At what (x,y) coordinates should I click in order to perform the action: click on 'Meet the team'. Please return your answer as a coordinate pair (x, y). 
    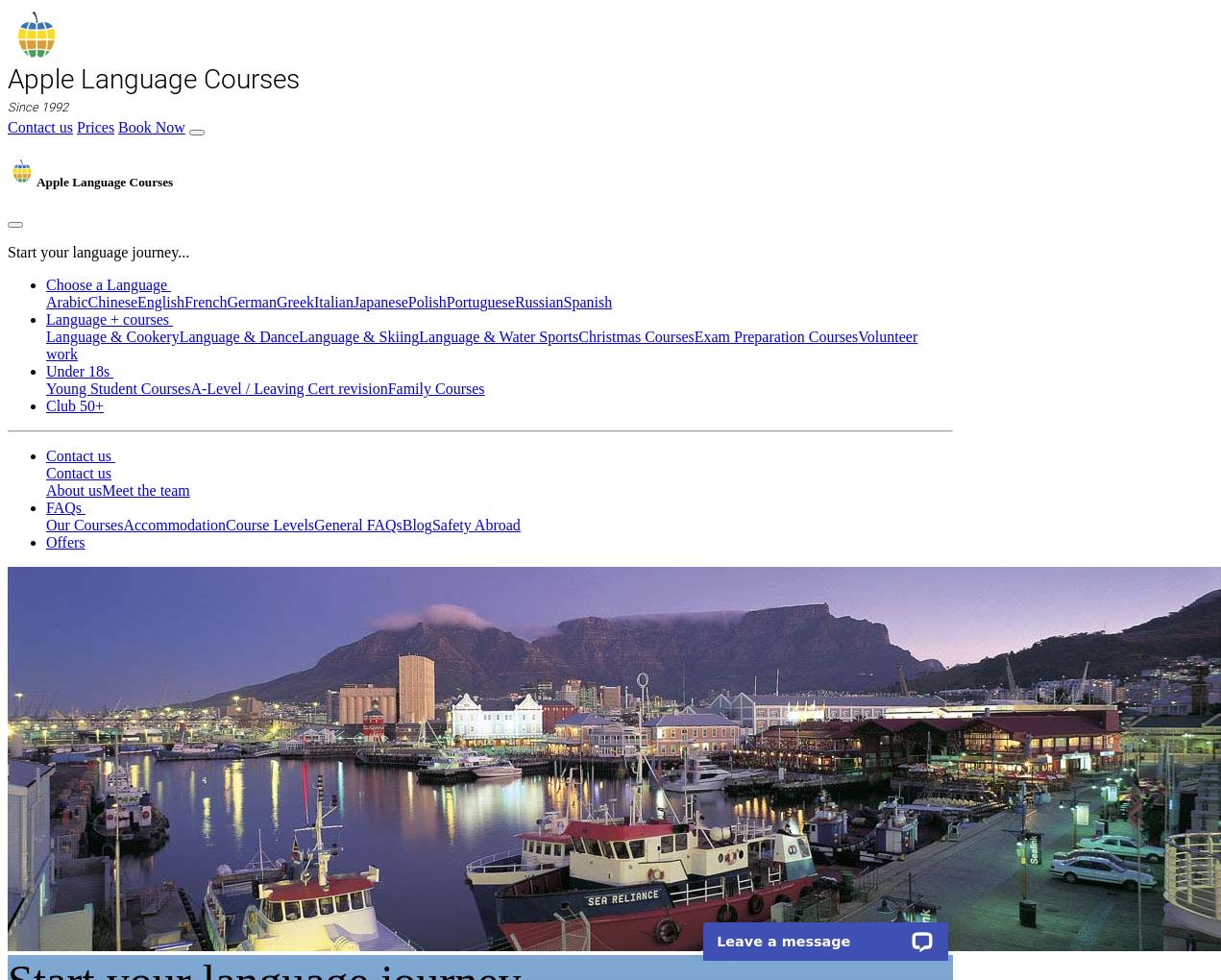
    Looking at the image, I should click on (144, 490).